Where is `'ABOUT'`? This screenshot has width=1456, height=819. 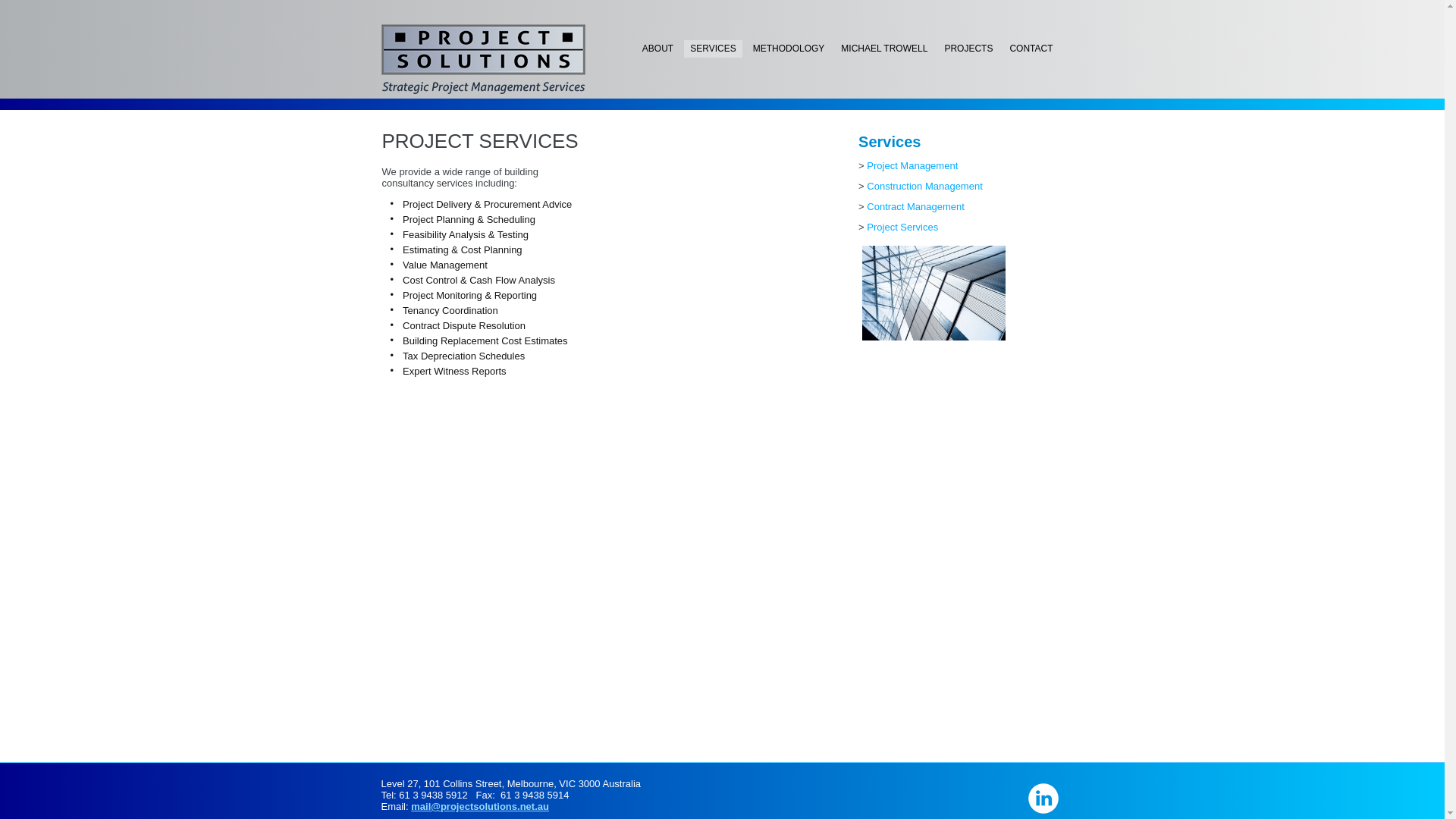 'ABOUT' is located at coordinates (636, 48).